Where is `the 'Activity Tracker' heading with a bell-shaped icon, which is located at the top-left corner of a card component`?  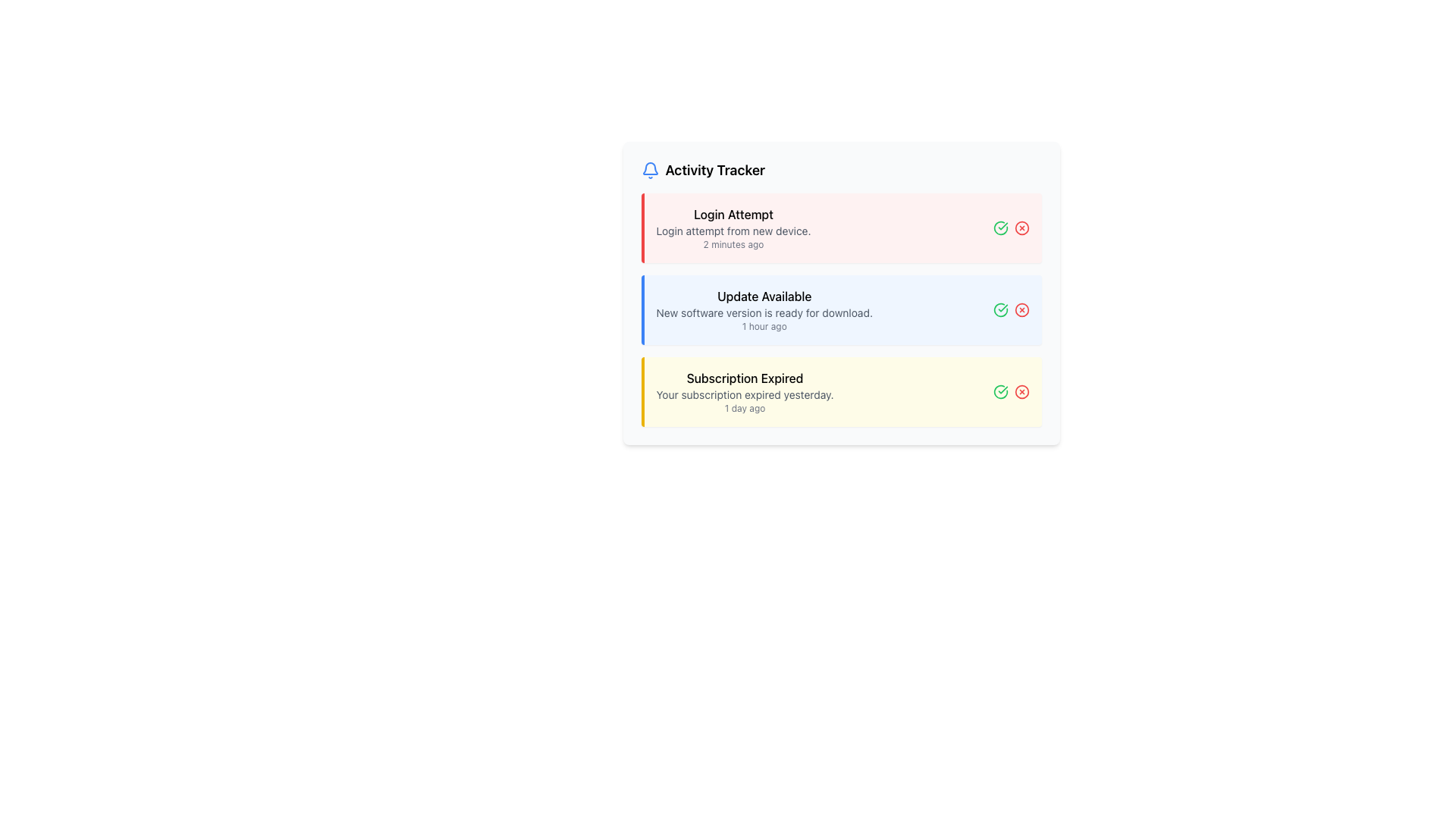 the 'Activity Tracker' heading with a bell-shaped icon, which is located at the top-left corner of a card component is located at coordinates (702, 170).